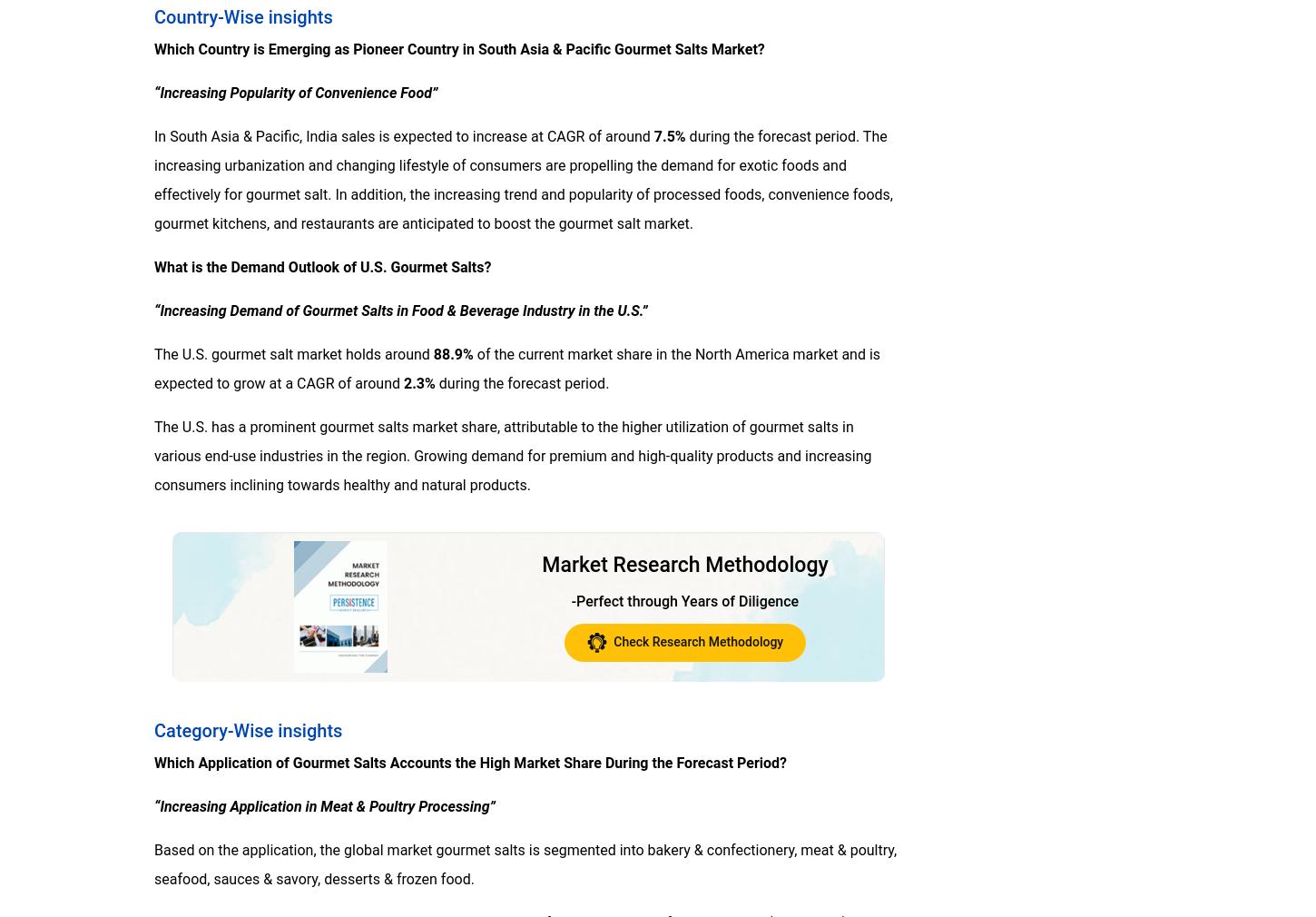 The width and height of the screenshot is (1316, 917). I want to click on '2.3%', so click(417, 382).